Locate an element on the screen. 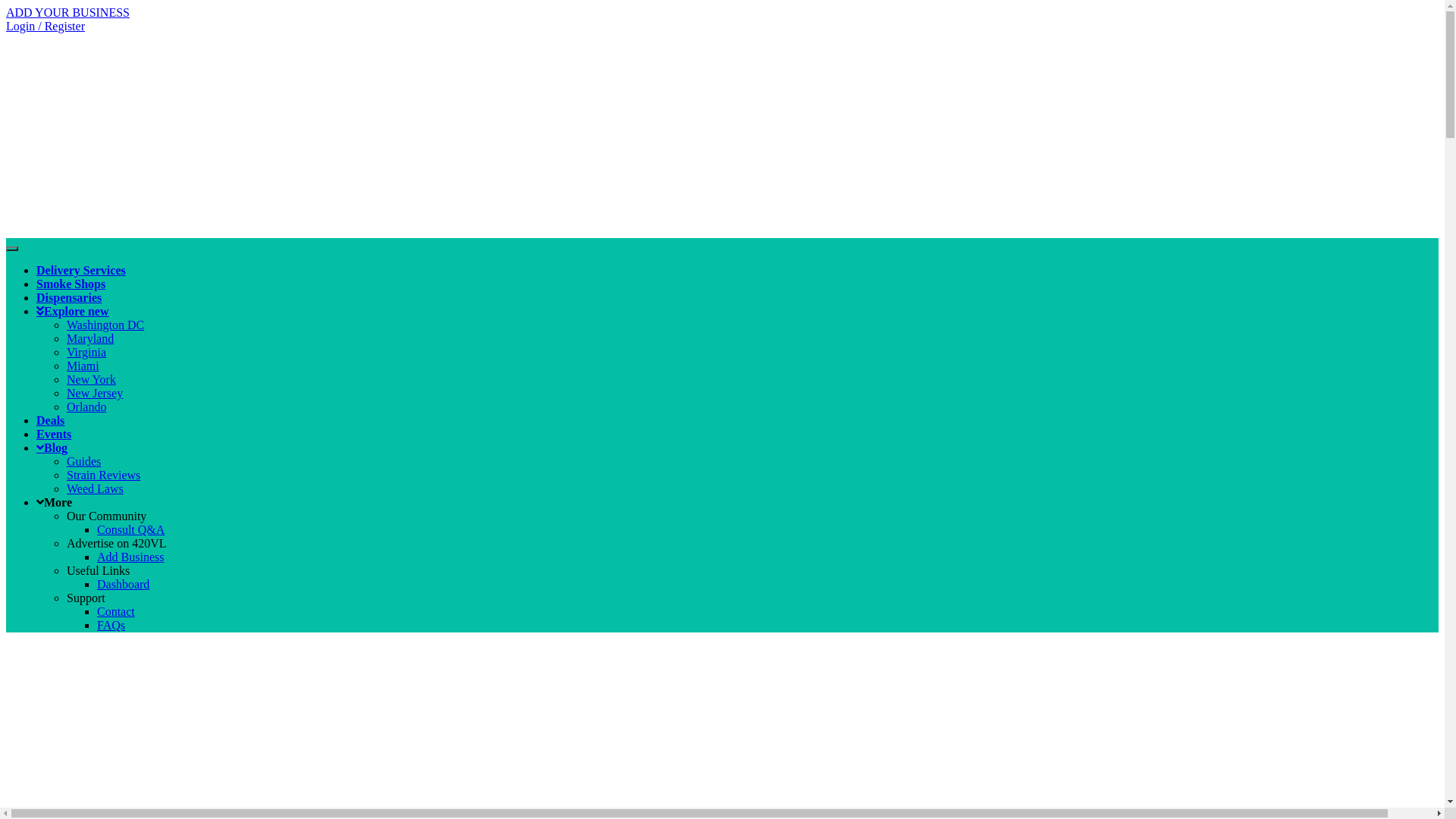 This screenshot has height=819, width=1456. 'Weed Laws' is located at coordinates (94, 488).